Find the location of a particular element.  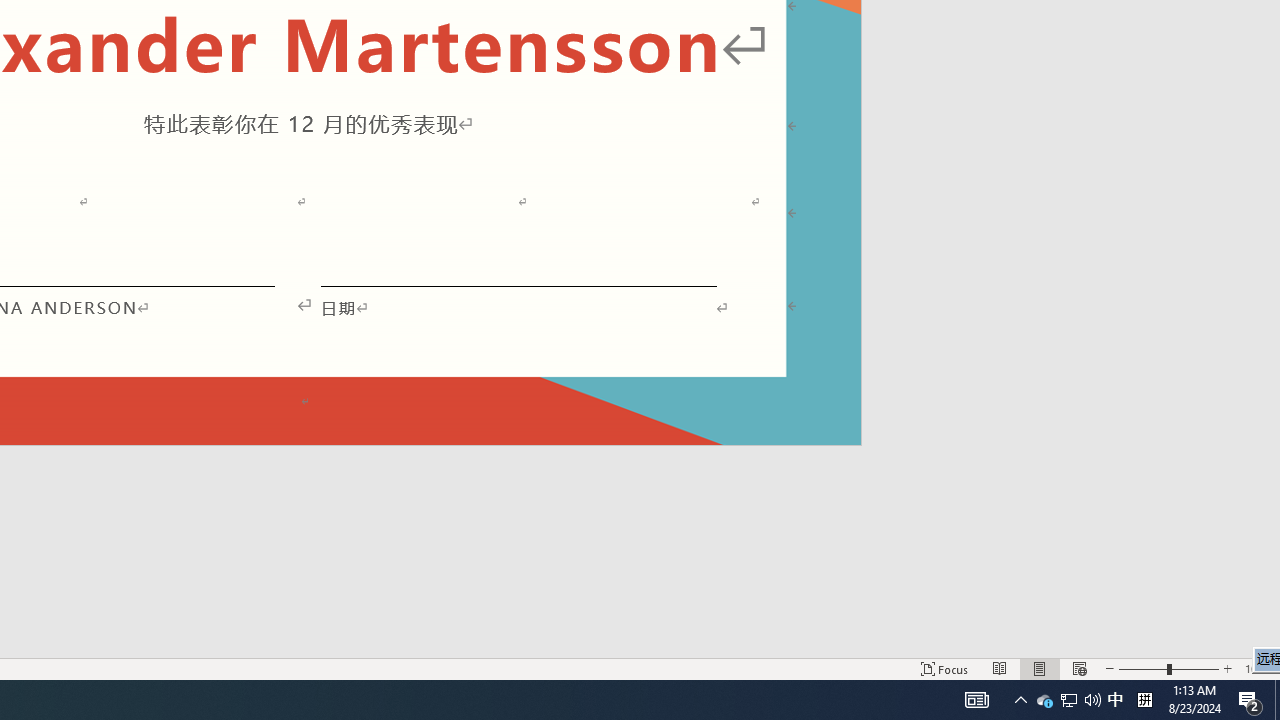

'Zoom 100%' is located at coordinates (1257, 669).